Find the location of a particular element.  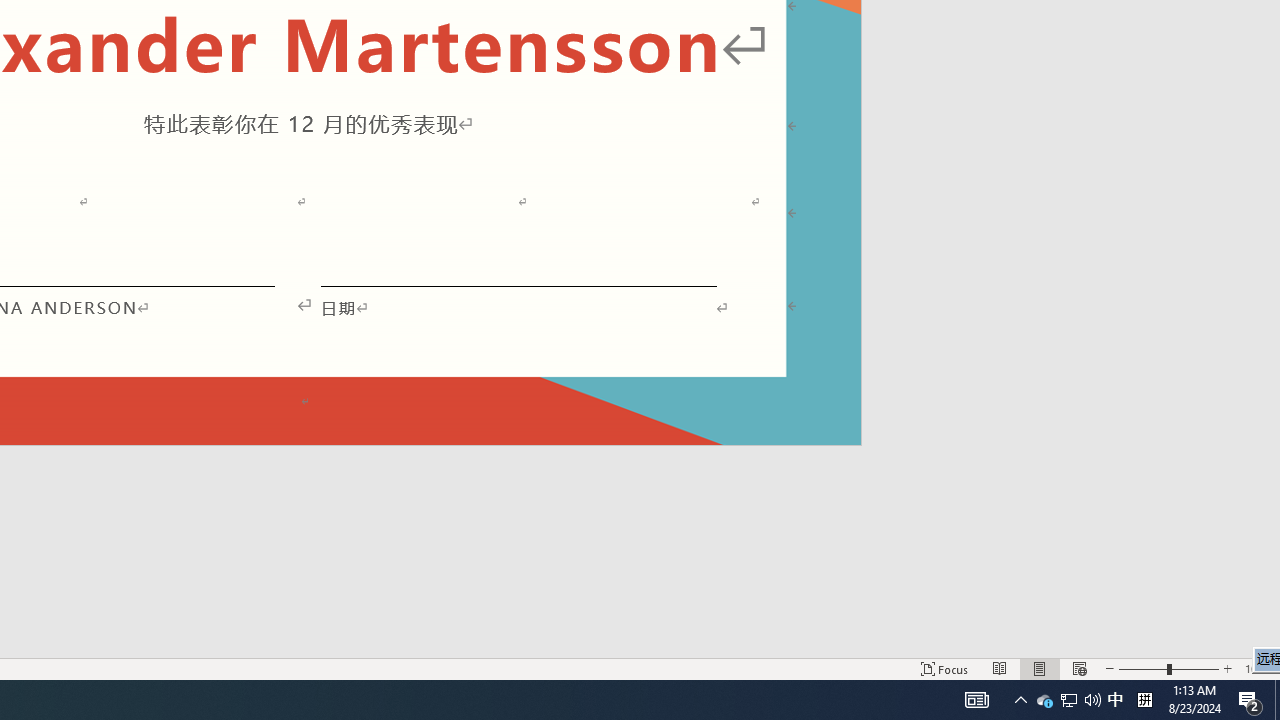

'Zoom 100%' is located at coordinates (1257, 669).